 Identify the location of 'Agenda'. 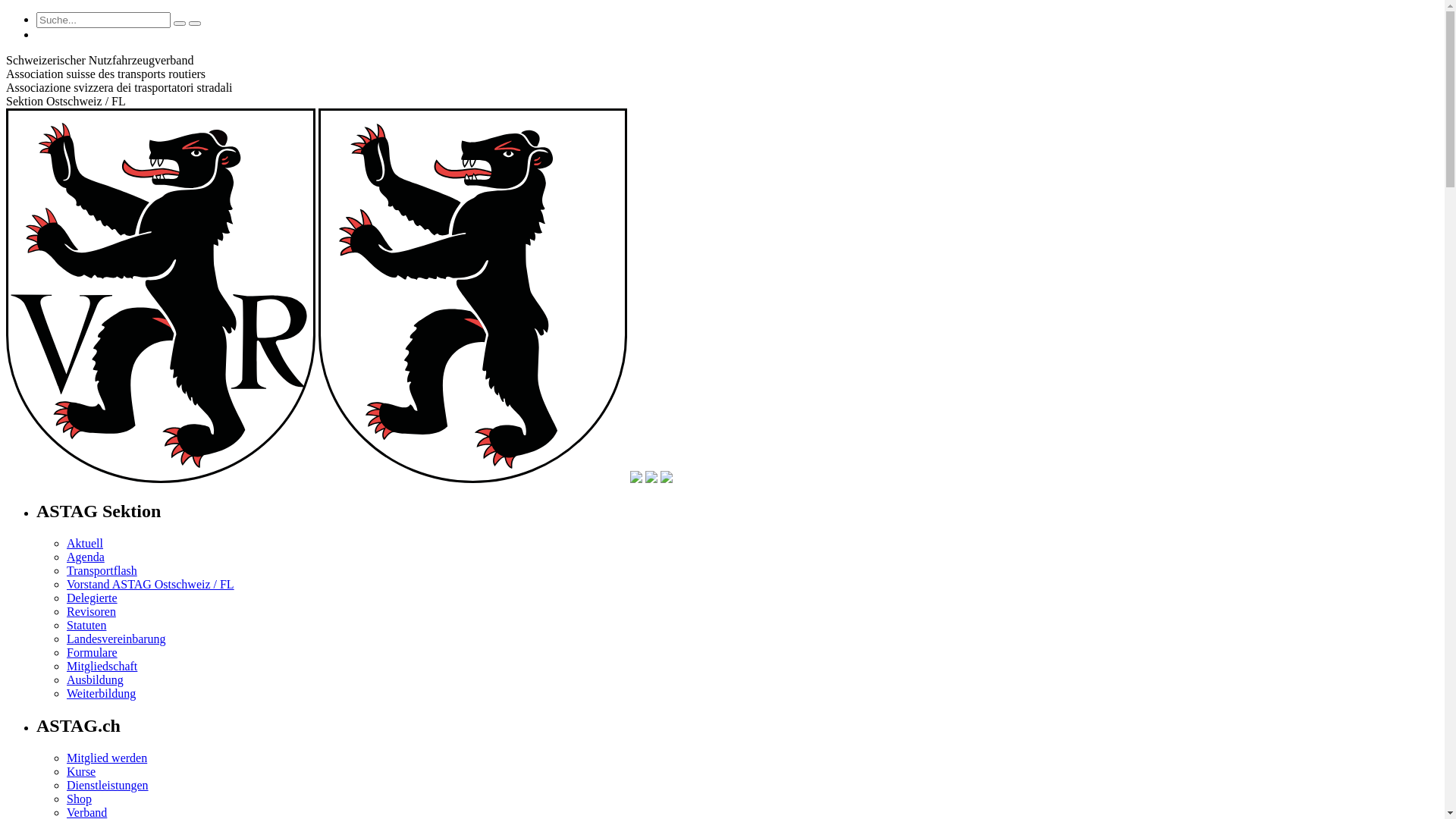
(85, 557).